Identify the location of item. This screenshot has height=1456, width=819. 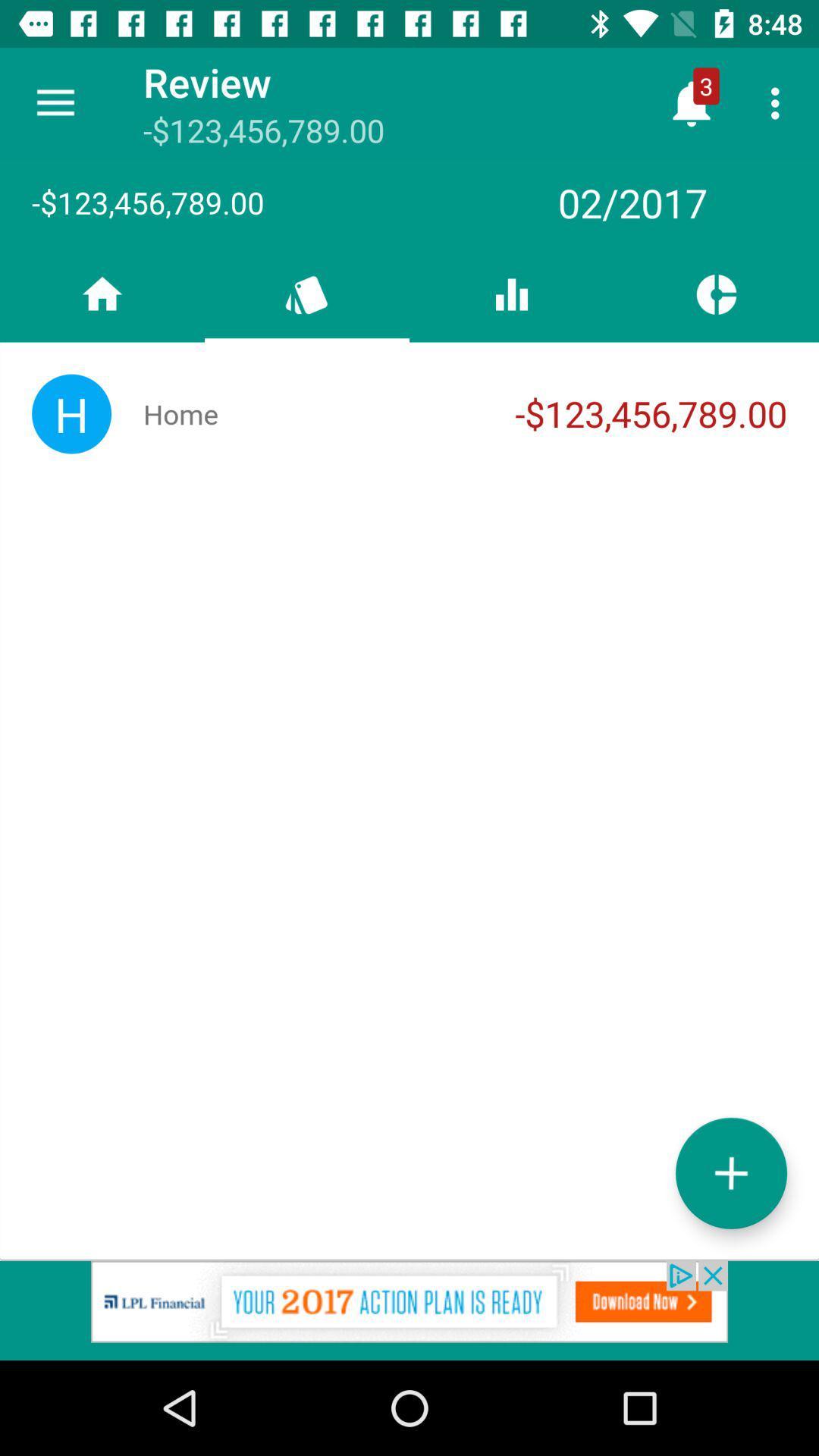
(730, 1172).